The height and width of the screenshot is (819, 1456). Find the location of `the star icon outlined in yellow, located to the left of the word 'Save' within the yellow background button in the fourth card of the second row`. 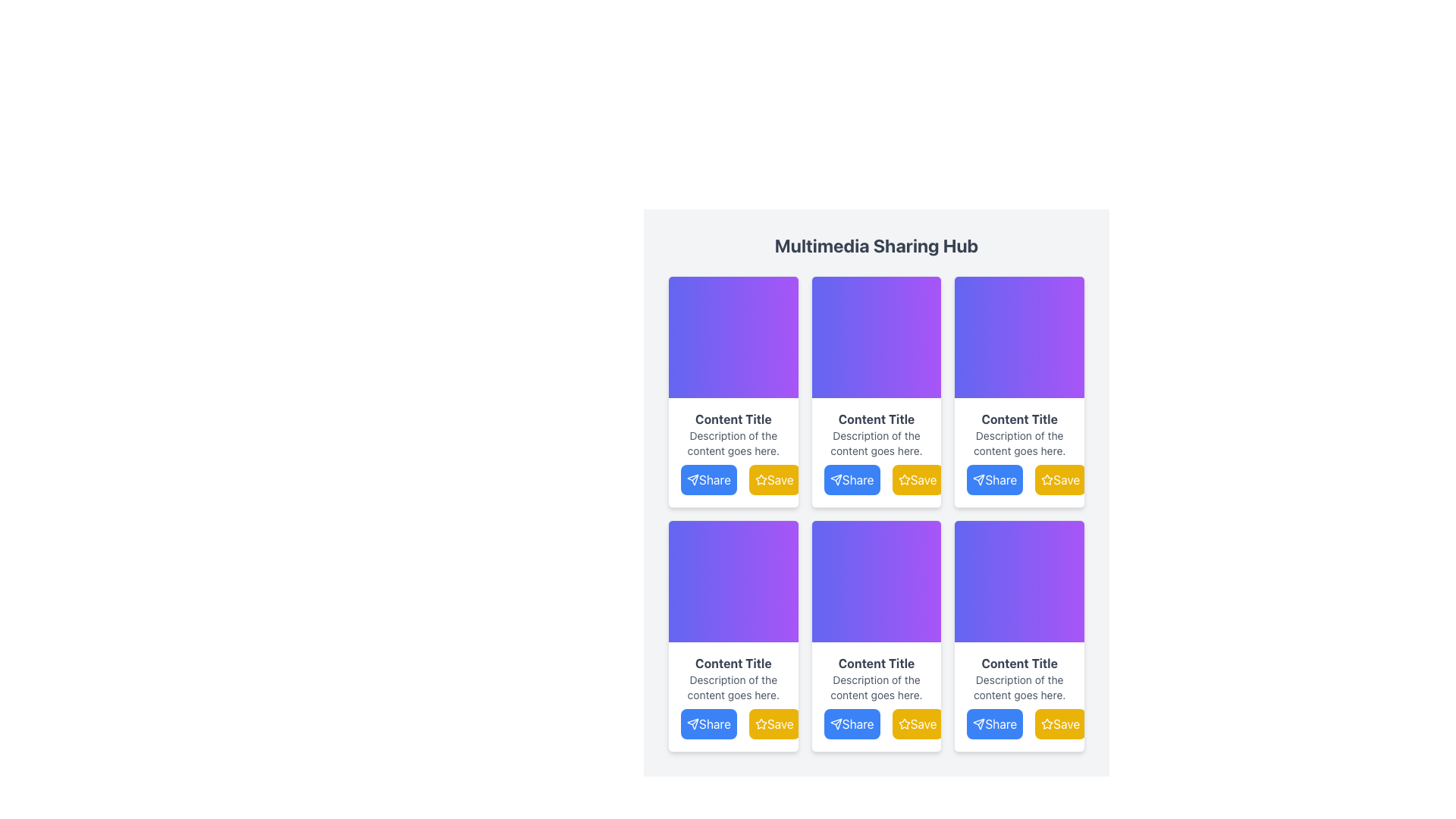

the star icon outlined in yellow, located to the left of the word 'Save' within the yellow background button in the fourth card of the second row is located at coordinates (1046, 723).